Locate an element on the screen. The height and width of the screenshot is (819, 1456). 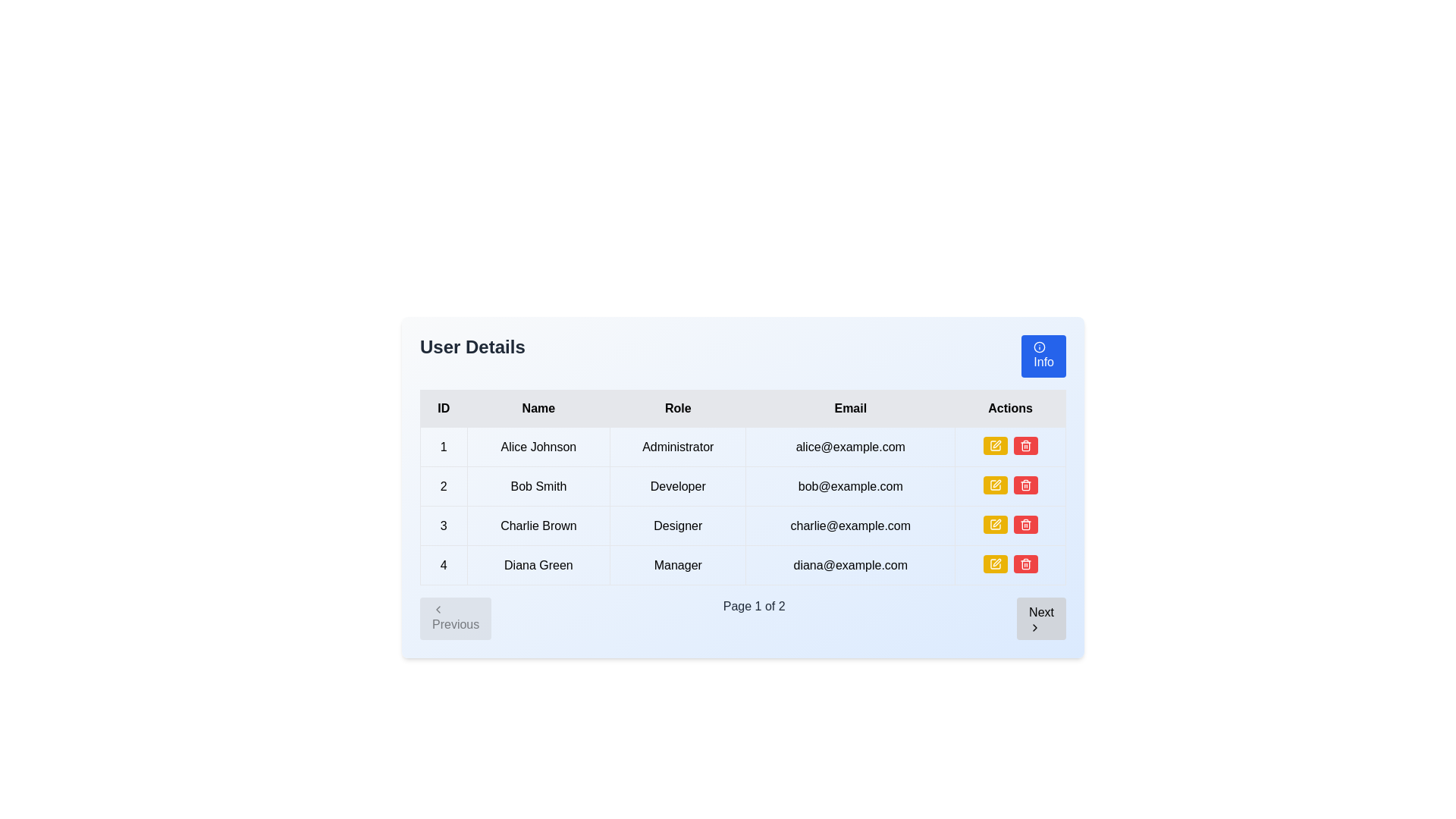
the red rounded rectangle button with a trash bin icon located in the 'Actions' column of the fourth row in the user detail table is located at coordinates (1025, 564).